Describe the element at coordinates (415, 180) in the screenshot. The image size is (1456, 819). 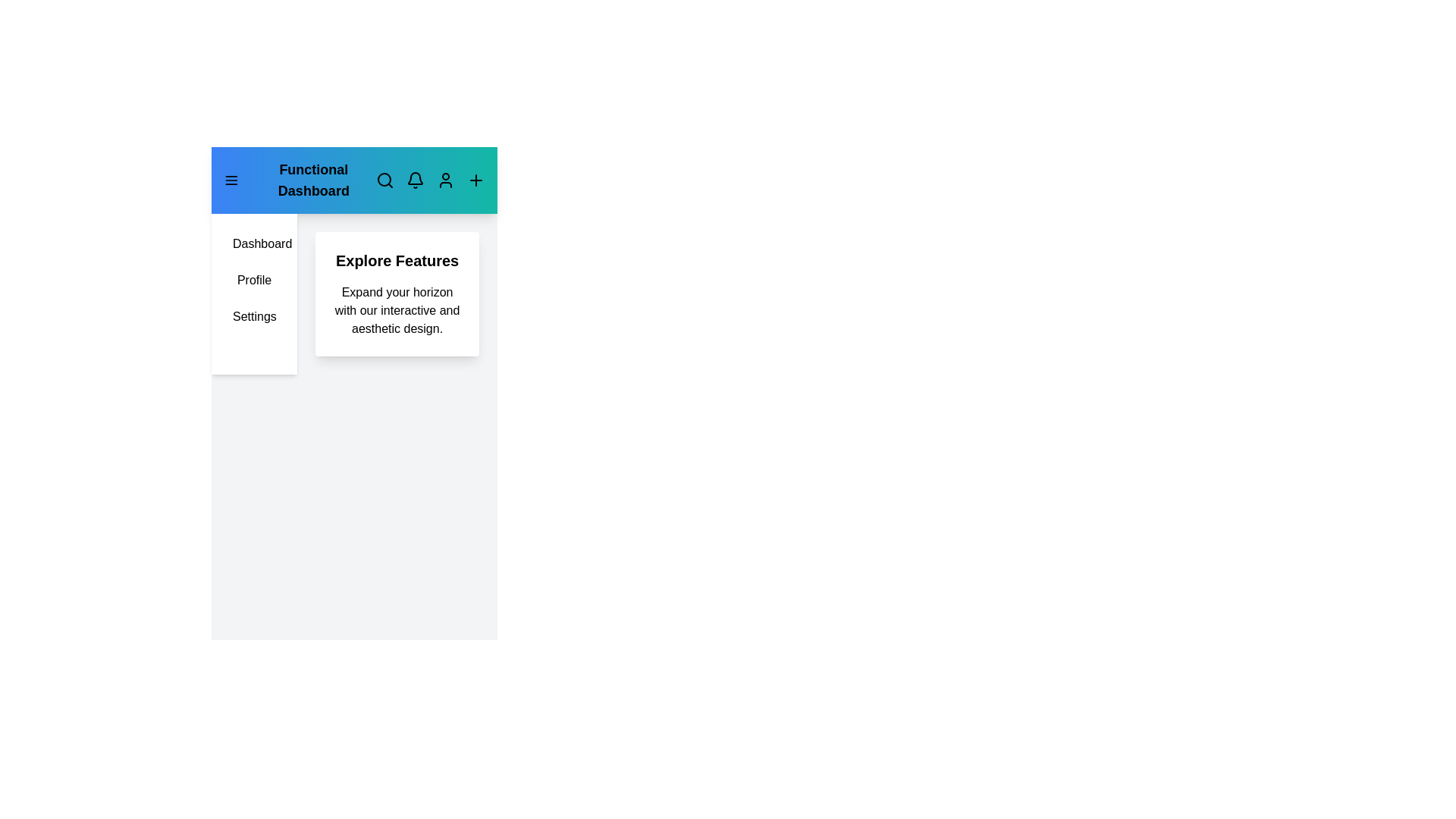
I see `the bell icon to view notifications` at that location.